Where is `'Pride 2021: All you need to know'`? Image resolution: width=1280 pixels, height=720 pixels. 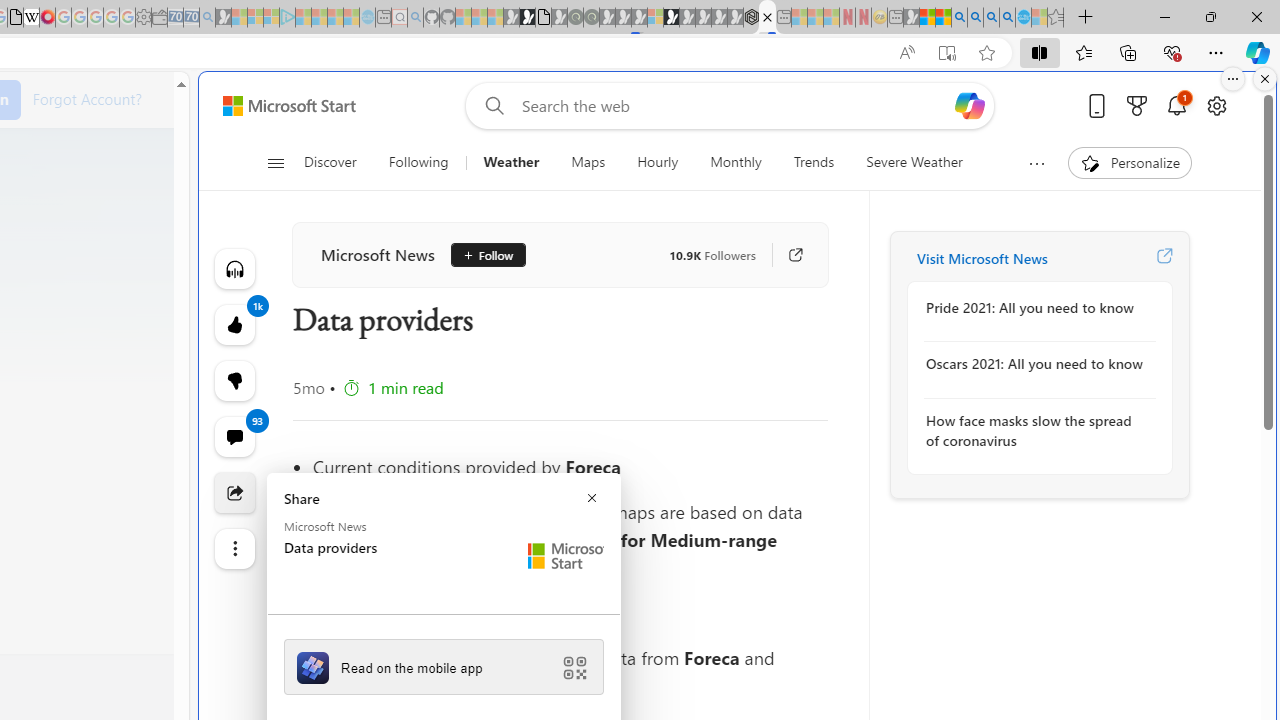 'Pride 2021: All you need to know' is located at coordinates (1034, 308).